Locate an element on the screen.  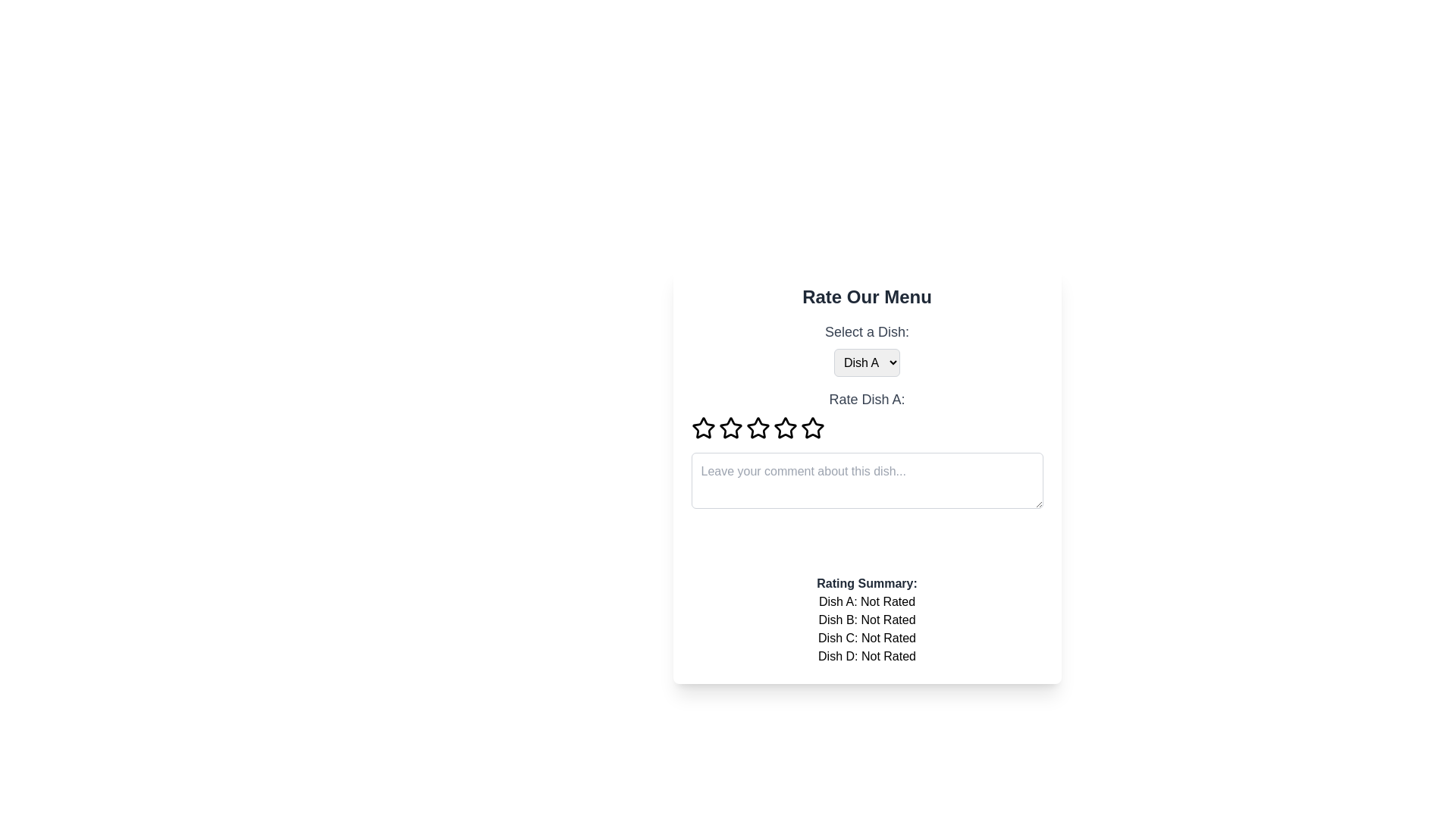
the third star icon in the five-star rating system below the label 'Rate Dish A' is located at coordinates (785, 428).